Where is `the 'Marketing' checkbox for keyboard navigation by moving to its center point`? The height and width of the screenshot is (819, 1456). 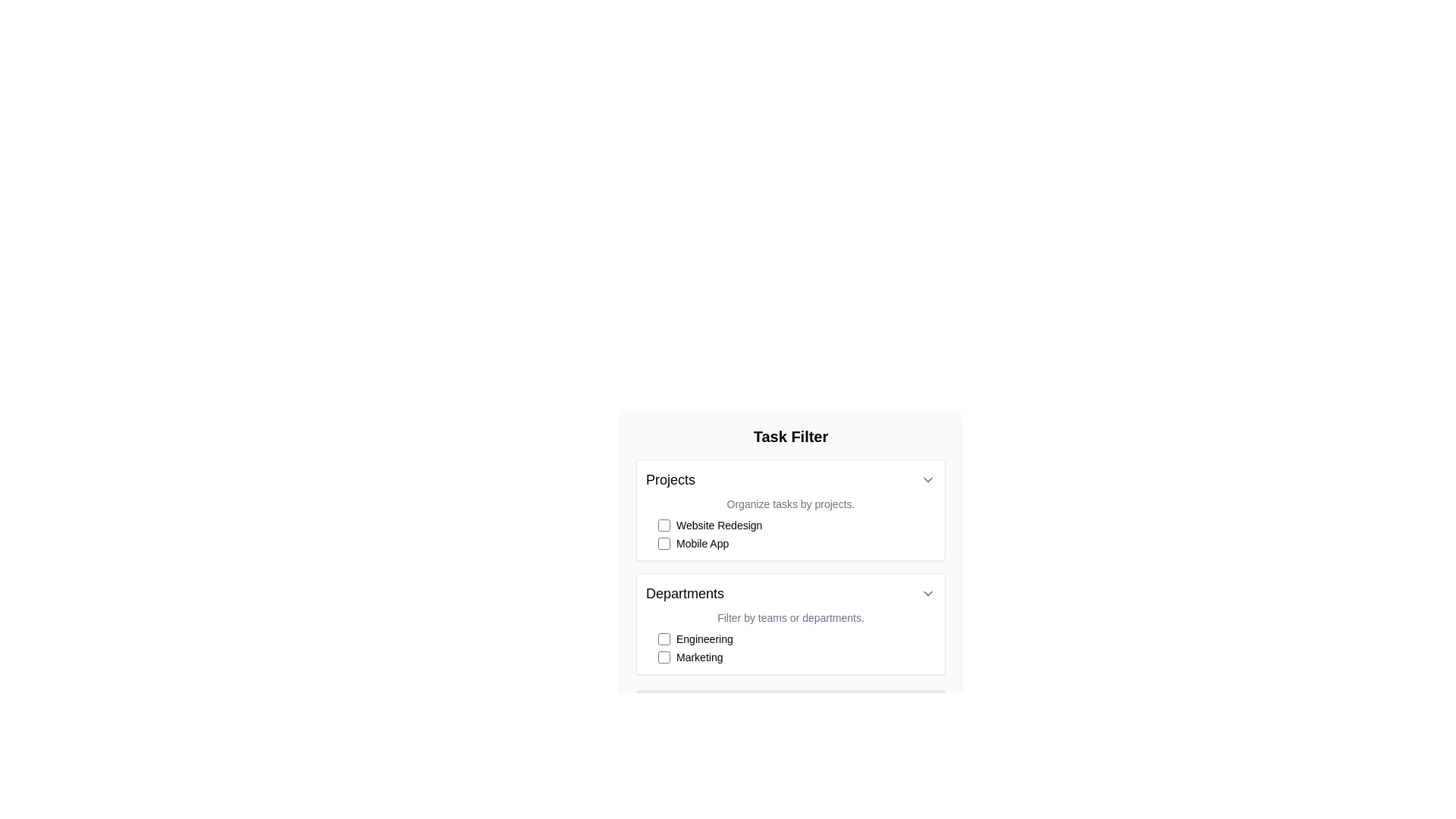
the 'Marketing' checkbox for keyboard navigation by moving to its center point is located at coordinates (796, 657).